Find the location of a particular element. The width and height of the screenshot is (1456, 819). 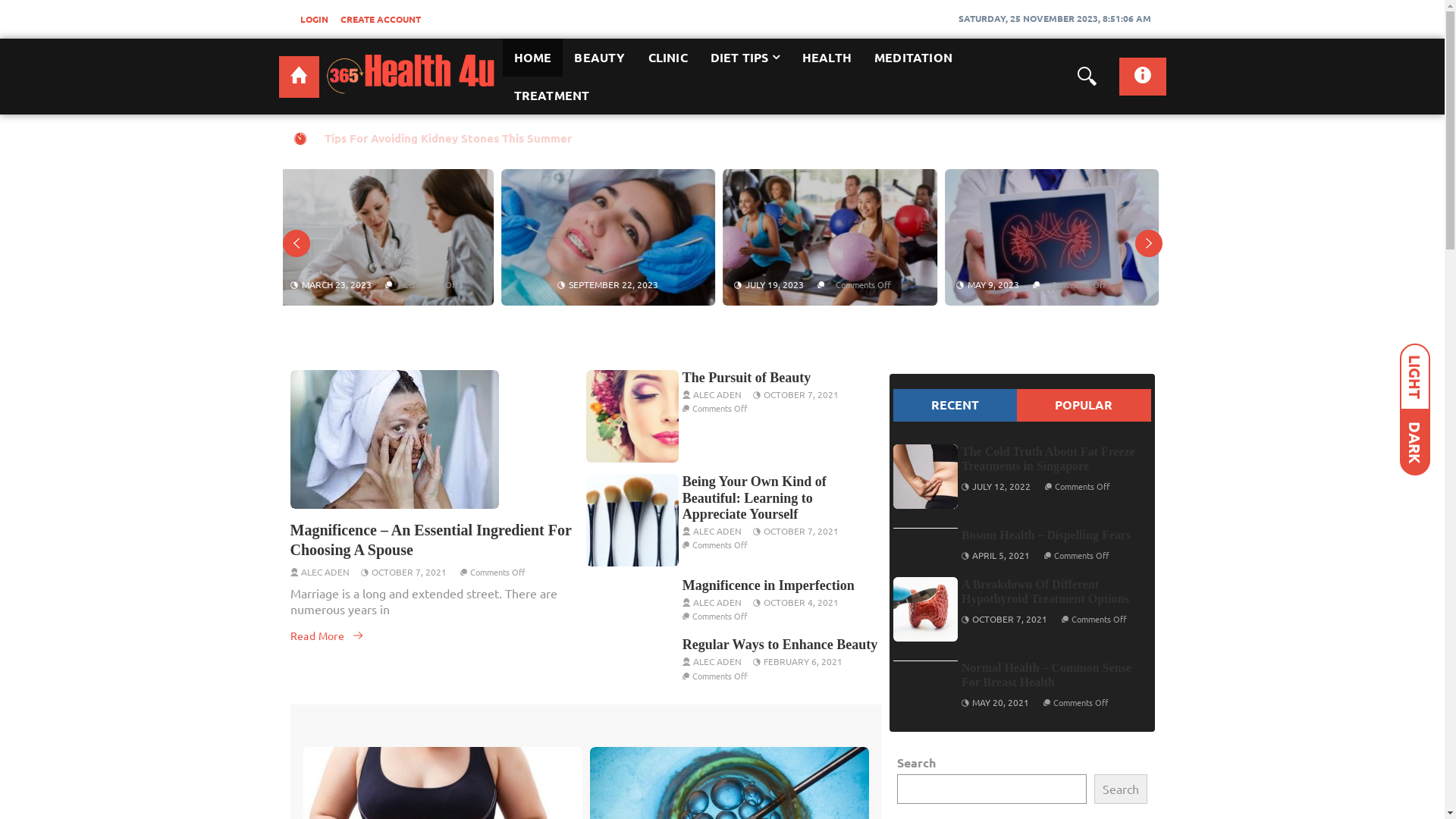

'OCTOBER 7, 2021' is located at coordinates (371, 571).